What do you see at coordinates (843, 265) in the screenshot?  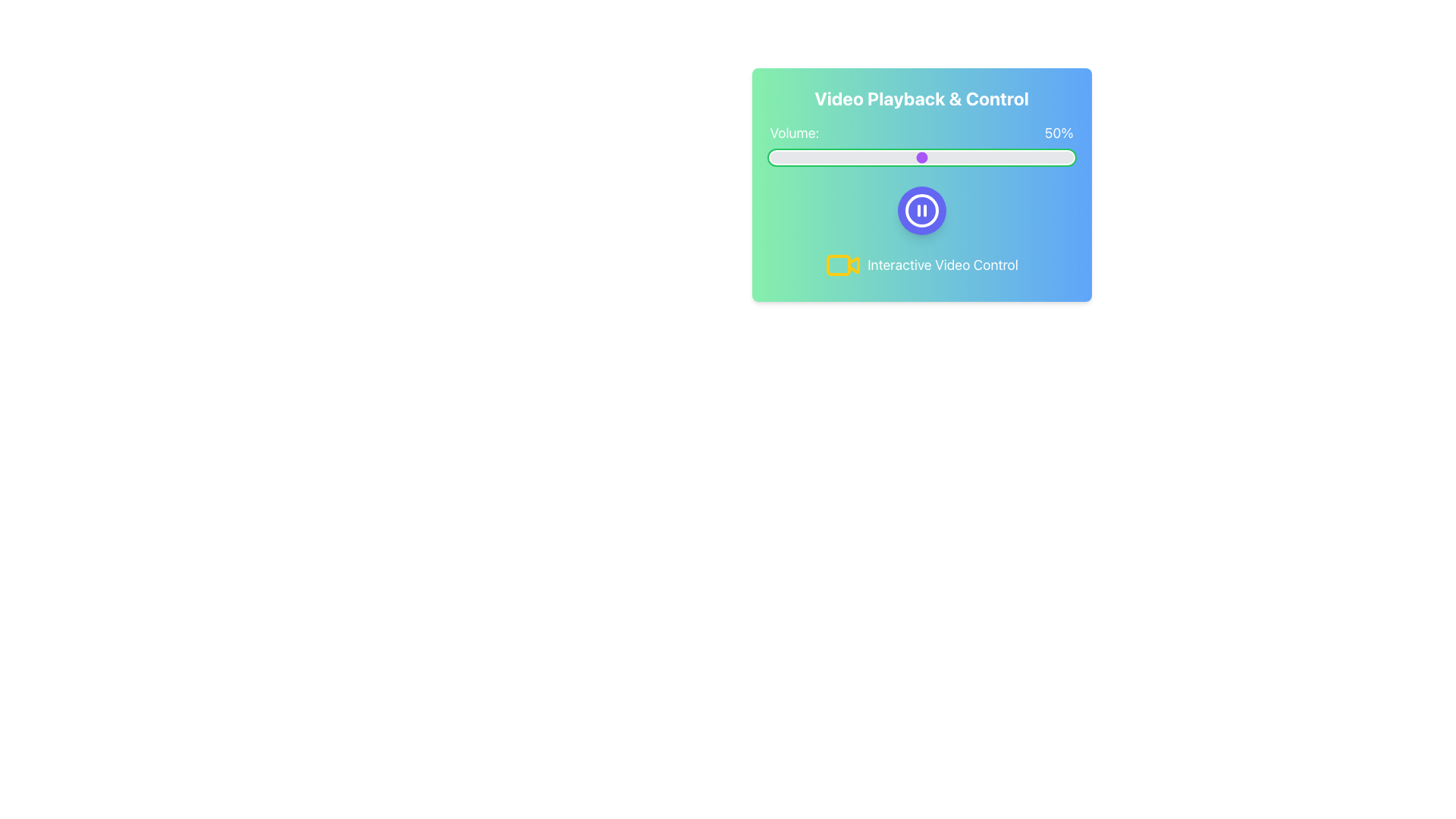 I see `the SVG video camera icon with a yellow outline, located to the left of the 'Interactive Video Control' text in the multimedia control interface` at bounding box center [843, 265].